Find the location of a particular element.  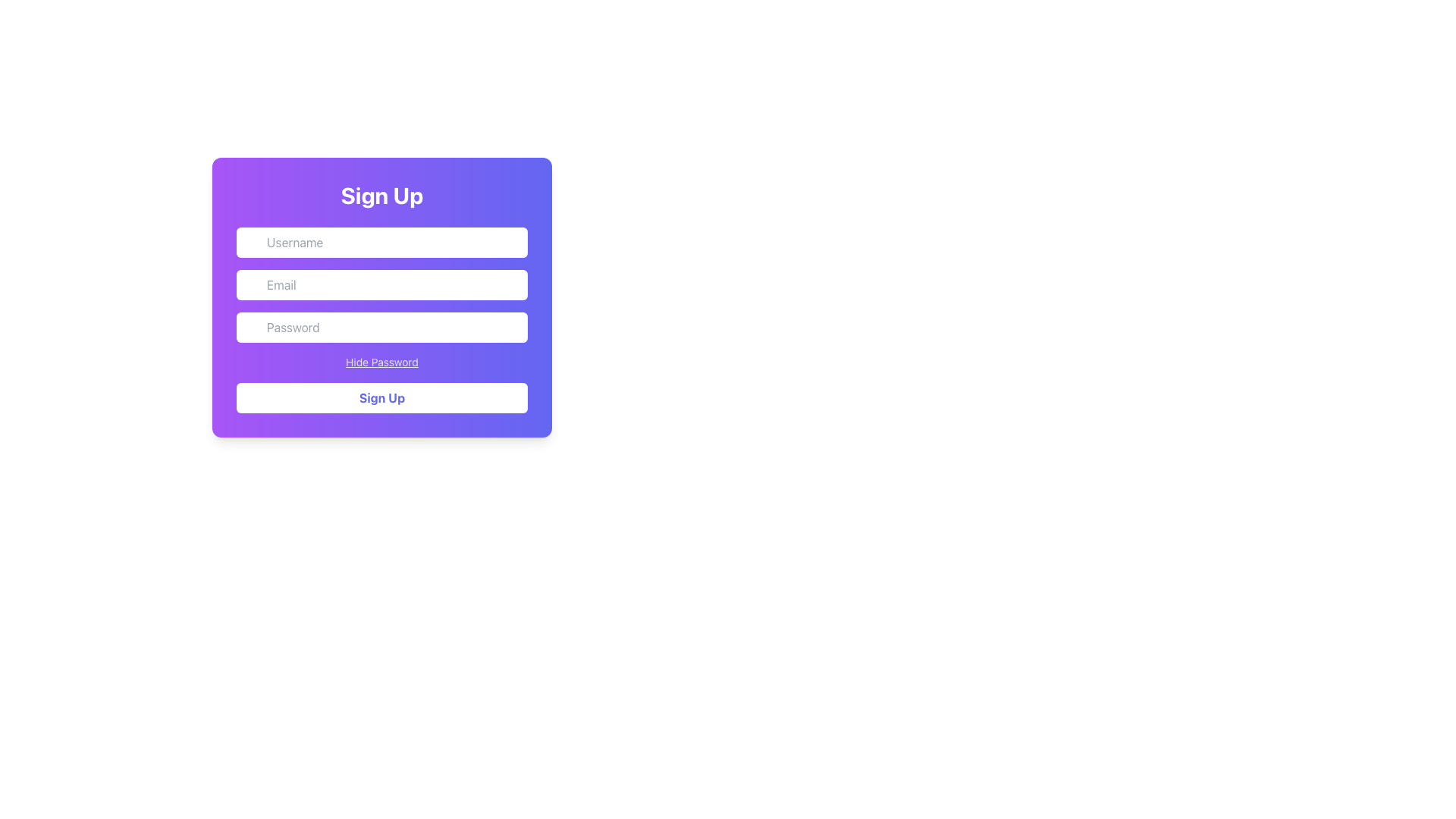

the password input field by tabbing to it, which is the third input field in the form layout situated below the 'Username' and 'Email' fields is located at coordinates (382, 327).